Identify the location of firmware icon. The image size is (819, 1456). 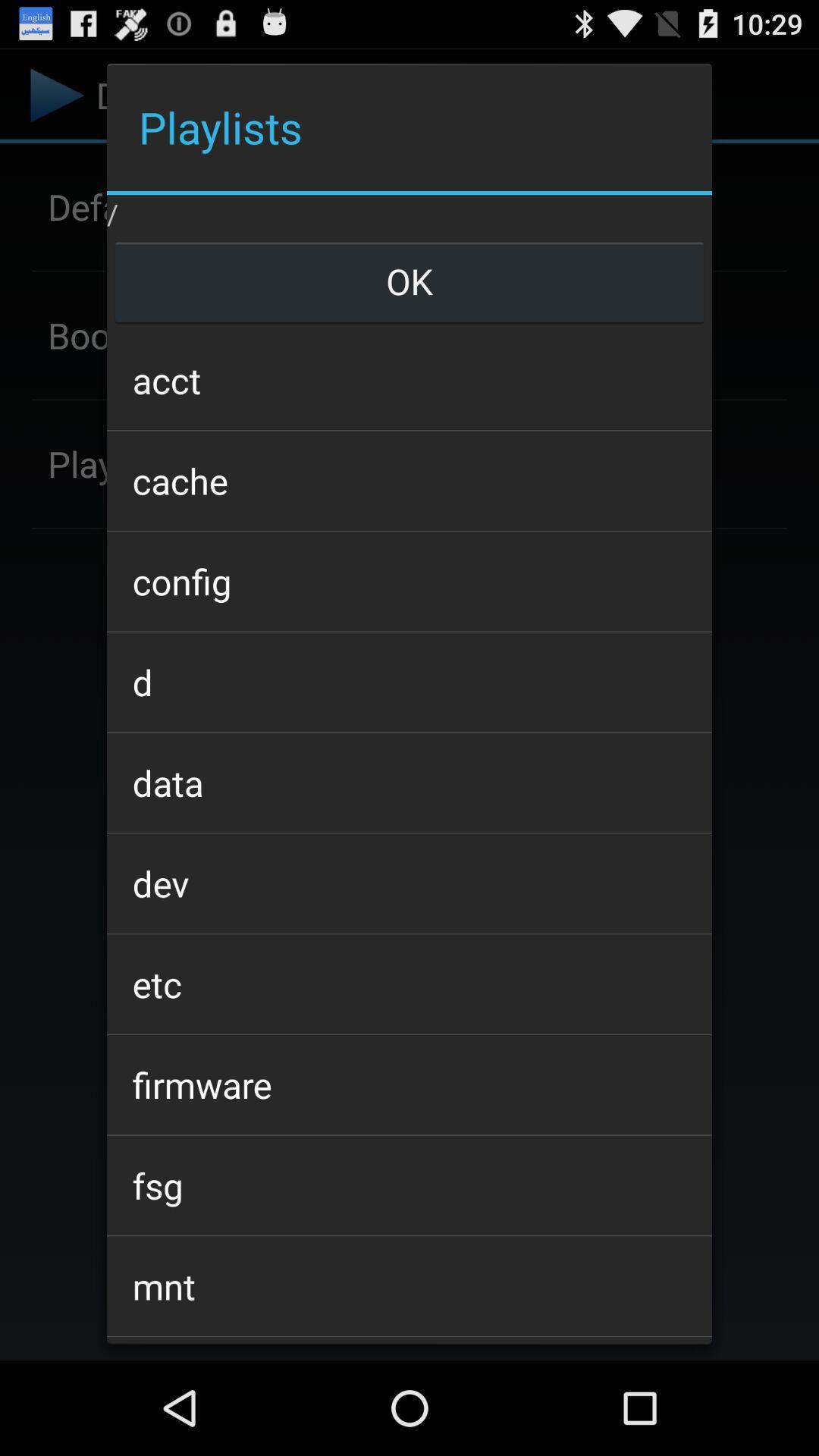
(409, 1084).